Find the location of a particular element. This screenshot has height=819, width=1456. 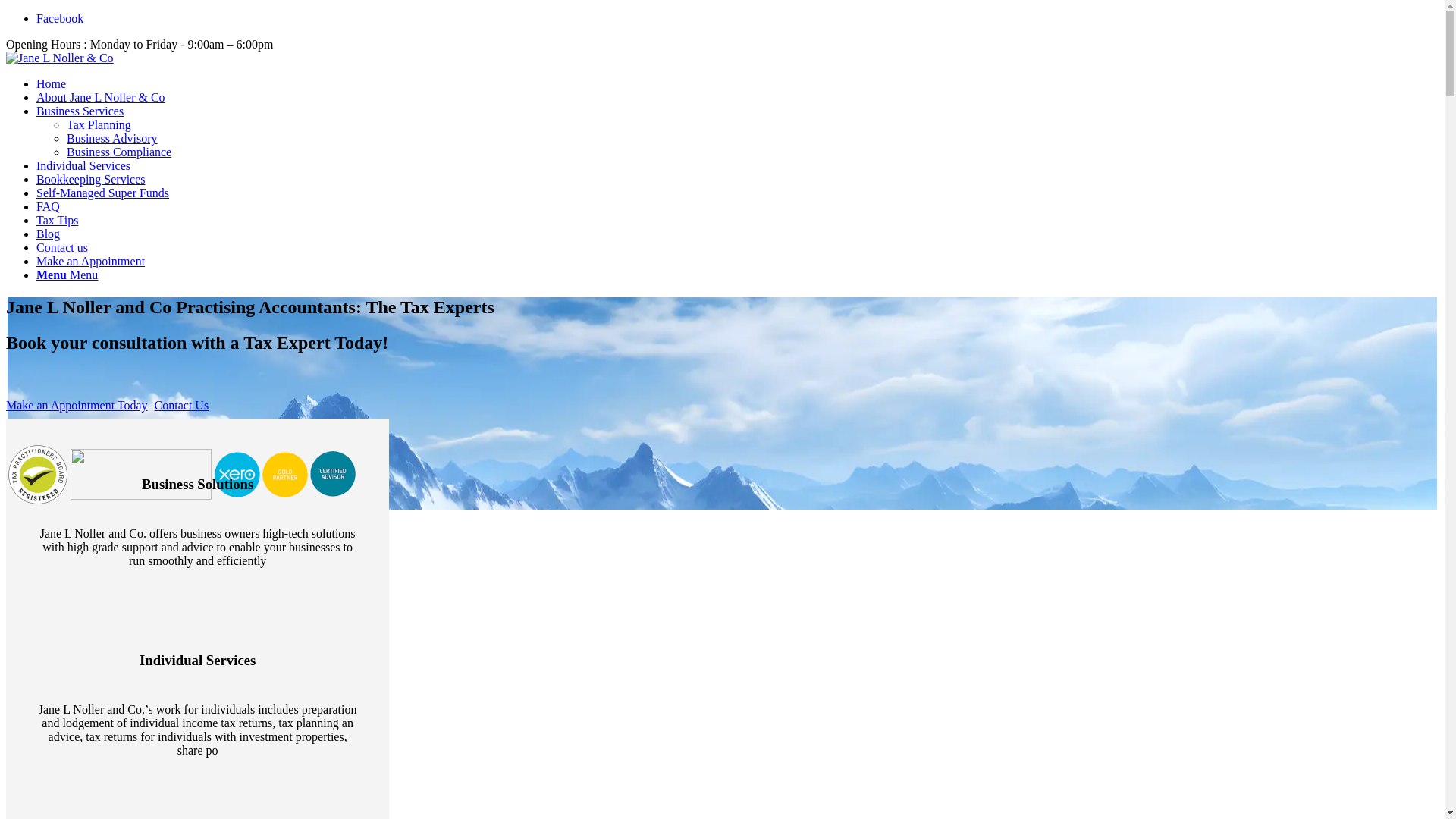

'JLNlogo' is located at coordinates (6, 58).